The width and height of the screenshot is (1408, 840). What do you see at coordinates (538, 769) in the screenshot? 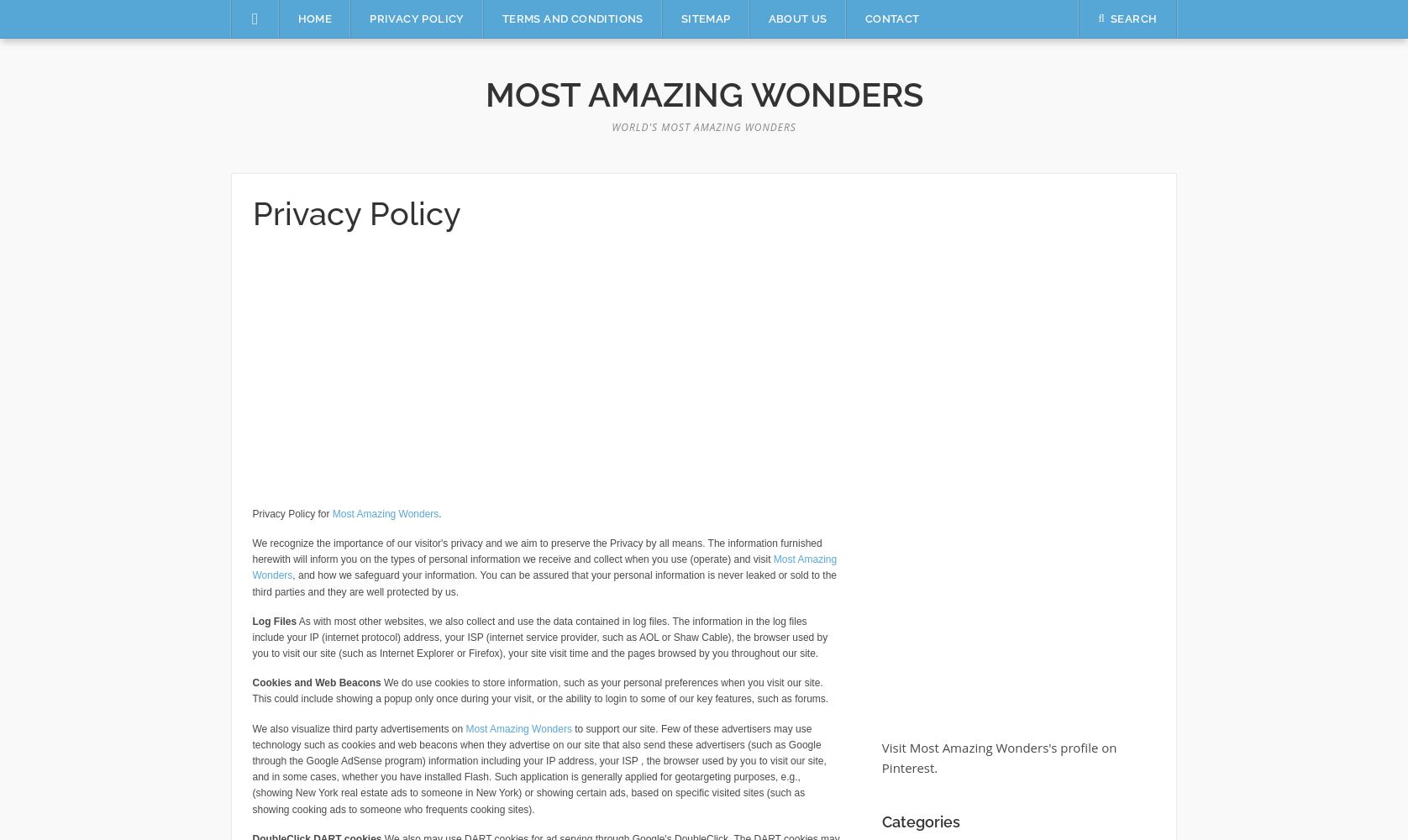
I see `'to support our site. Few of these advertisers may use technology such as cookies and web beacons when they advertise on our site that also send these advertisers (such as Google through the Google AdSense program) information including your IP address, your ISP , the browser used by you to visit our site, and in some cases, whether you have installed Flash. Such application is generally applied for geotargeting purposes, e.g., (showing New York real estate ads to someone in New York) or showing certain ads, based on specific visited sites (such as showing cooking ads to someone who frequents cooking sites).'` at bounding box center [538, 769].